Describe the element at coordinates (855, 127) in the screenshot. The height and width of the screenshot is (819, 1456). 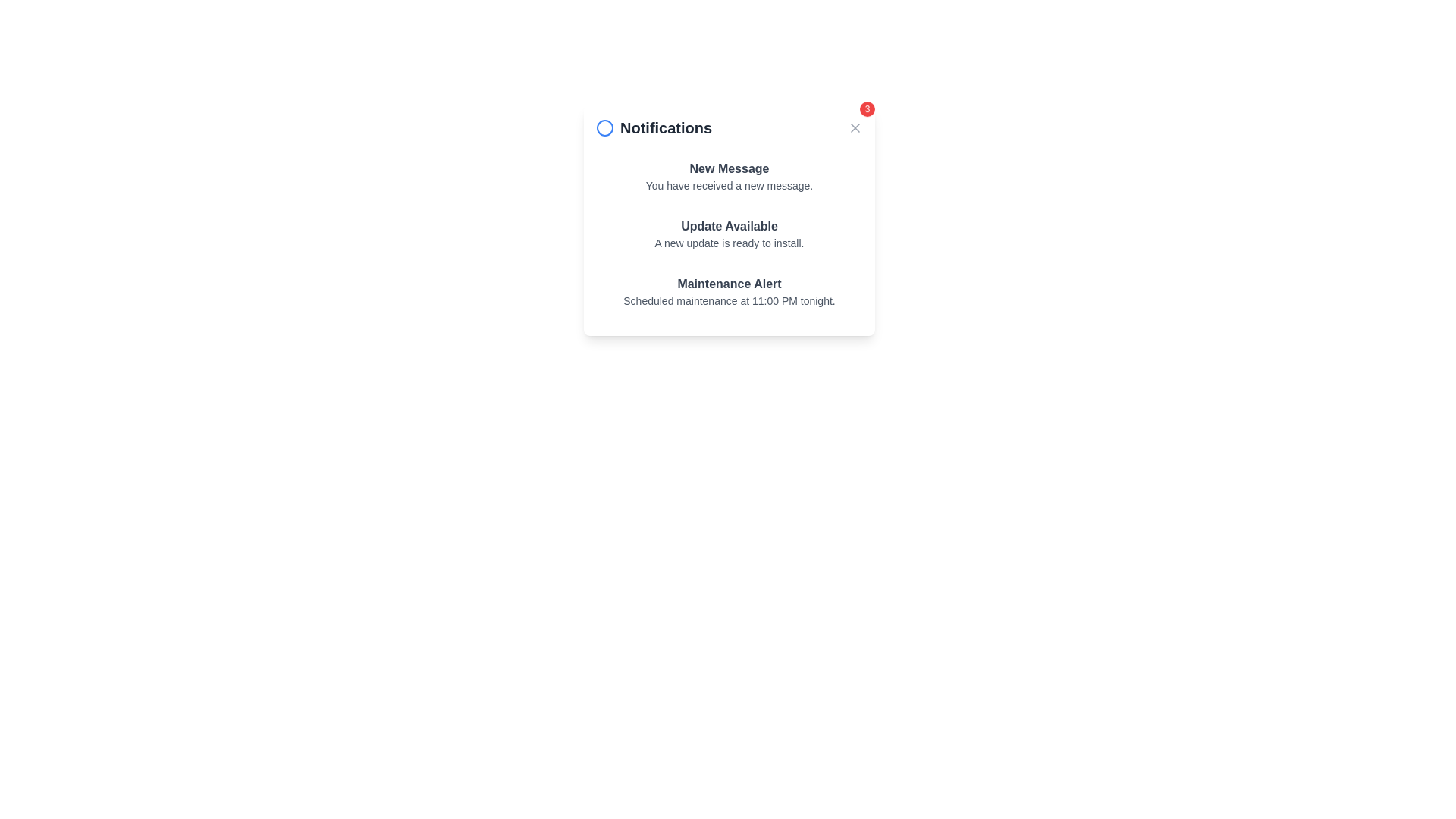
I see `the close button located at the top-right corner of the notification panel` at that location.